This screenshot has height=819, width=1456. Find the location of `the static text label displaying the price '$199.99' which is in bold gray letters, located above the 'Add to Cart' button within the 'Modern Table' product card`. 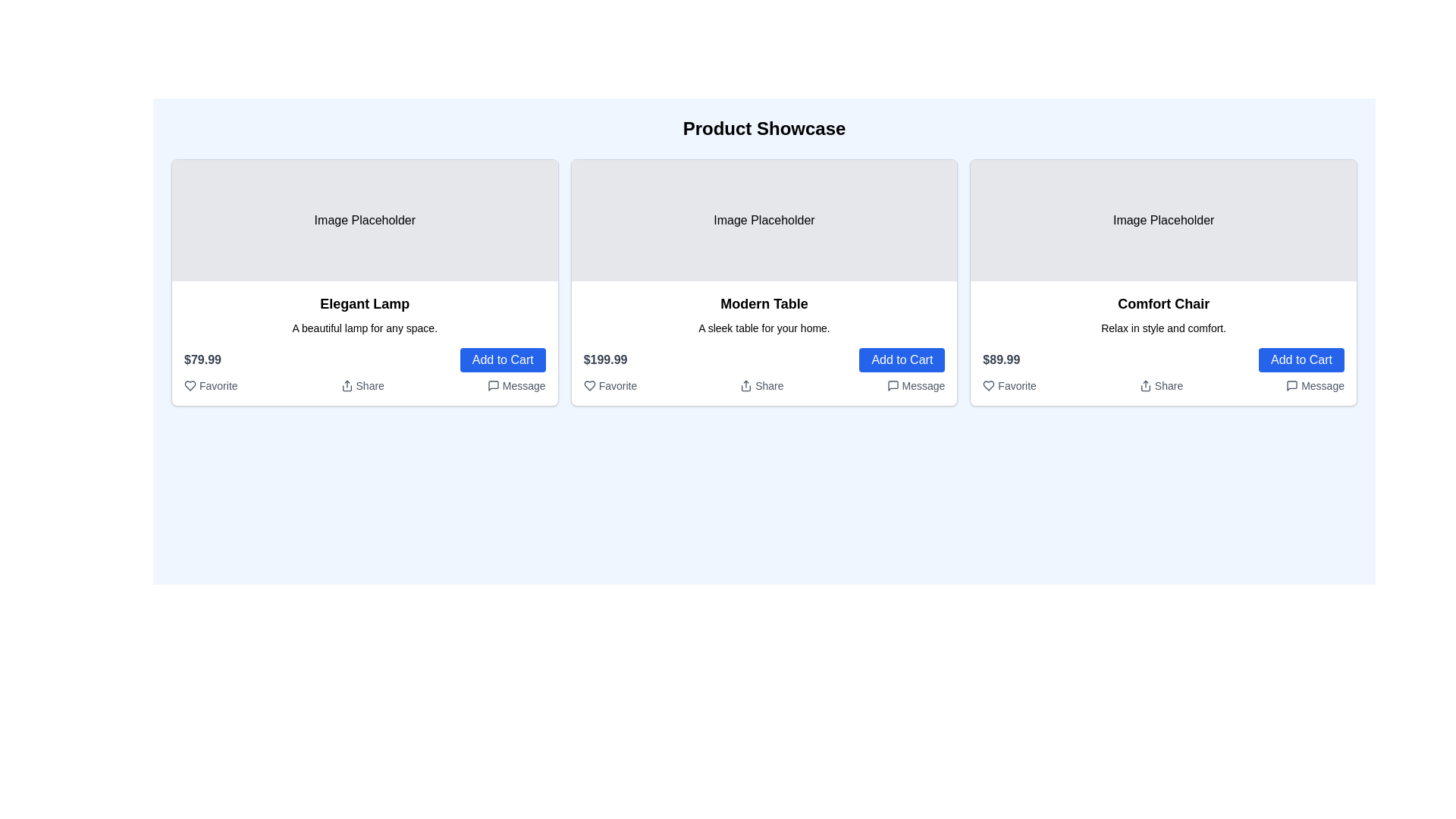

the static text label displaying the price '$199.99' which is in bold gray letters, located above the 'Add to Cart' button within the 'Modern Table' product card is located at coordinates (604, 359).